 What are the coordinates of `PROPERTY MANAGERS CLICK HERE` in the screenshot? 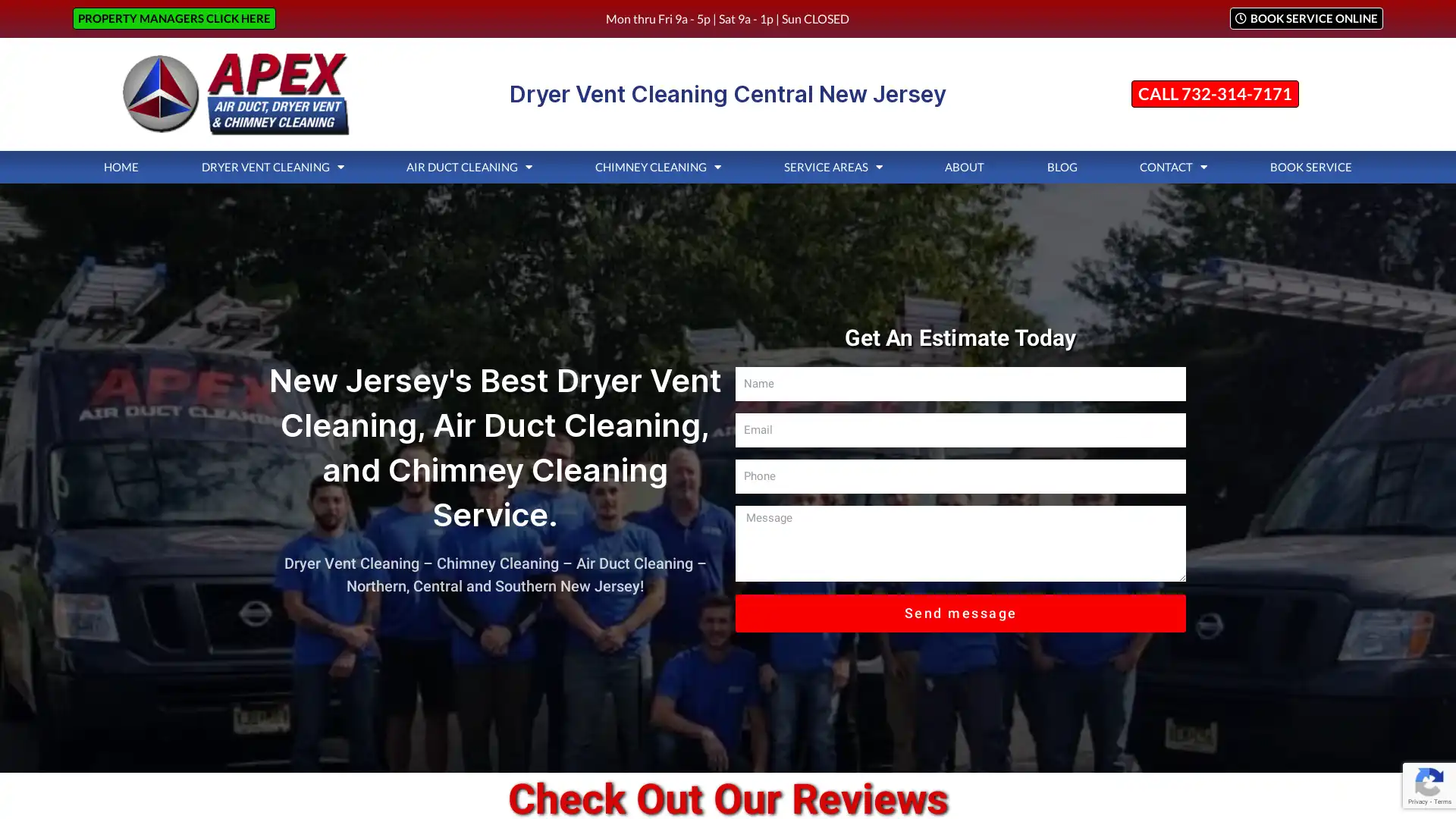 It's located at (174, 18).